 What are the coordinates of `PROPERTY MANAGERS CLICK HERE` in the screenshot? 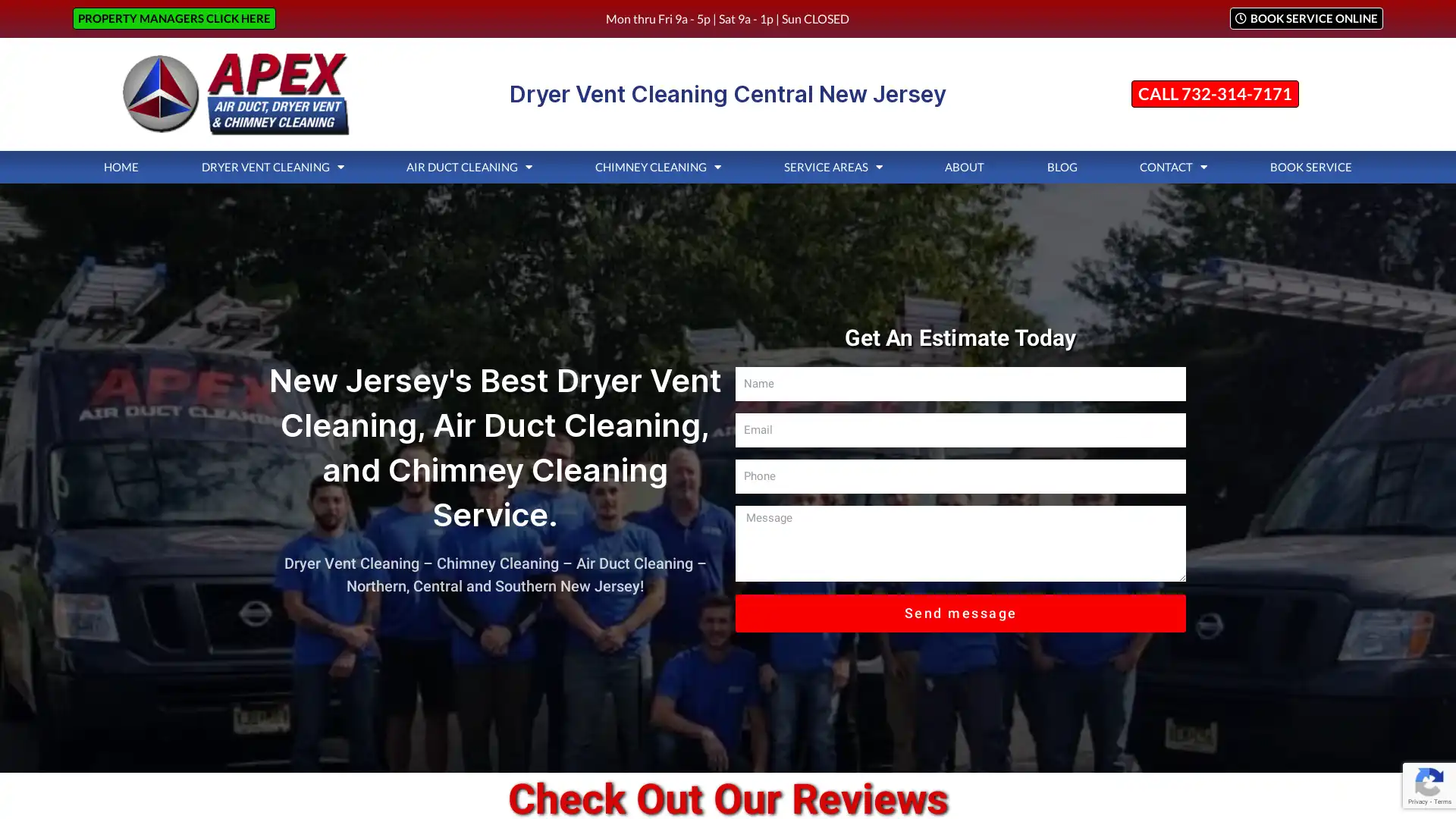 It's located at (174, 18).